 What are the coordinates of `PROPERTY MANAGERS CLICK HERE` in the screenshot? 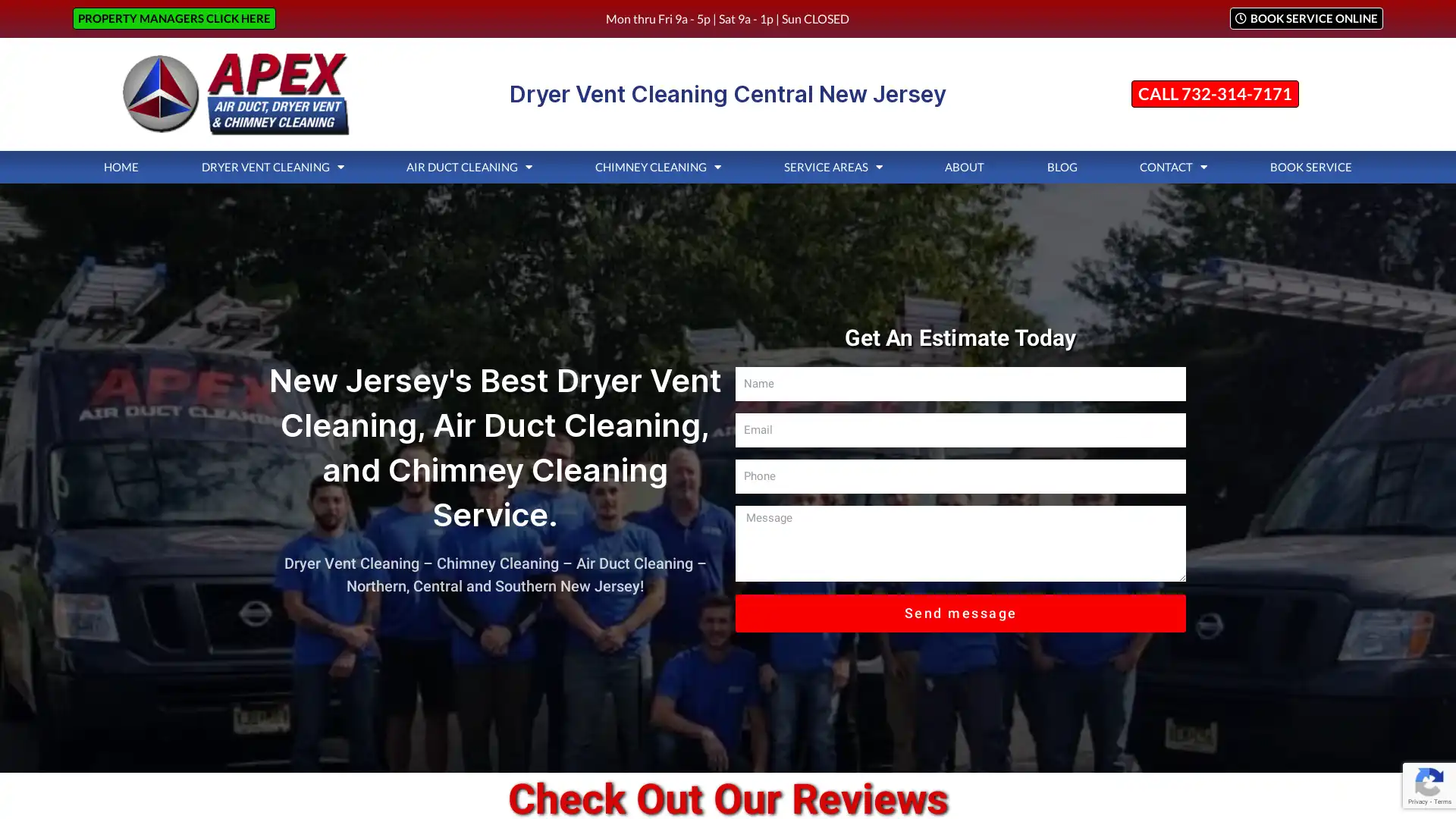 It's located at (174, 18).